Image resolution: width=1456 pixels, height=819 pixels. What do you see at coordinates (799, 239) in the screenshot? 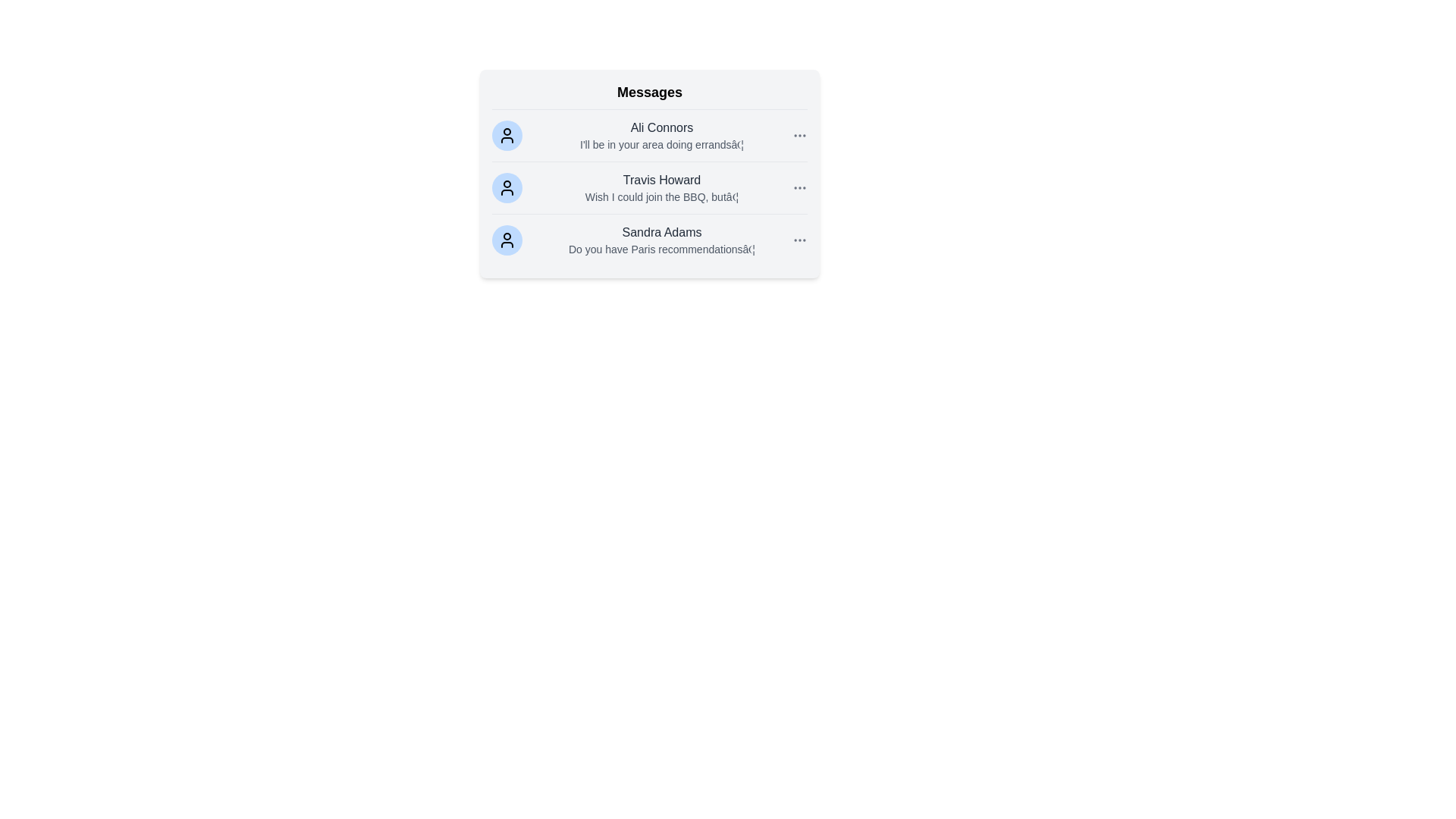
I see `the icon button consisting of three horizontal dots, located at the far-right side of the message from 'Sandra Adams'` at bounding box center [799, 239].